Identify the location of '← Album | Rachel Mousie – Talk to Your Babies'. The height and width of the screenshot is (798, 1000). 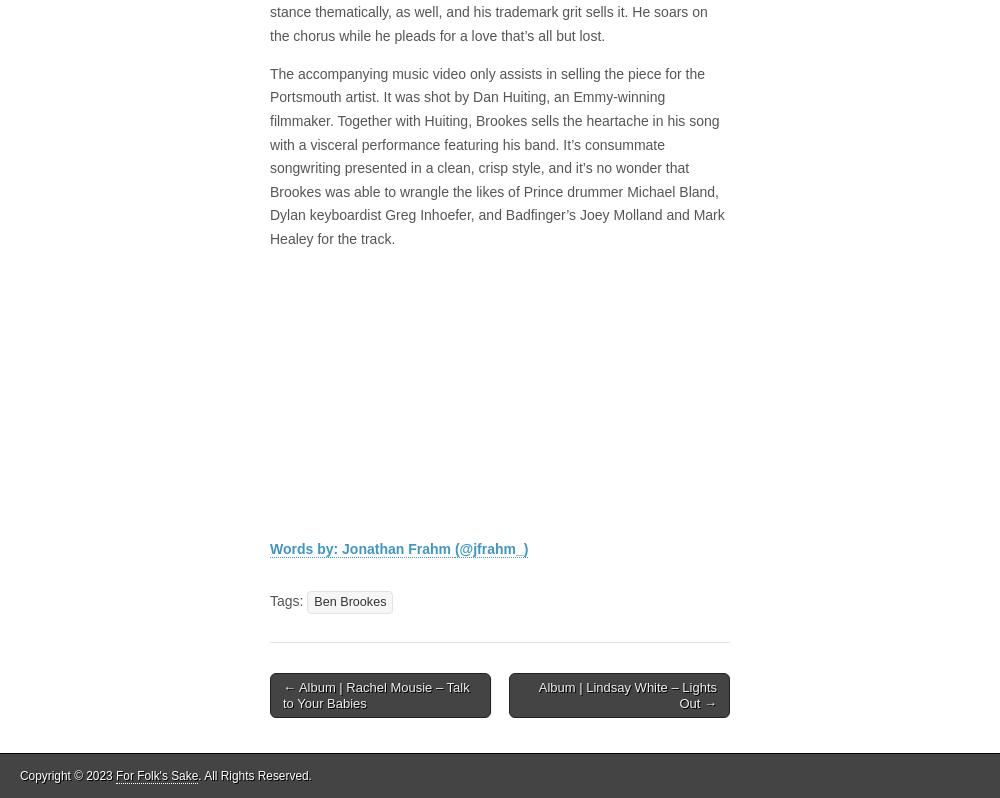
(376, 693).